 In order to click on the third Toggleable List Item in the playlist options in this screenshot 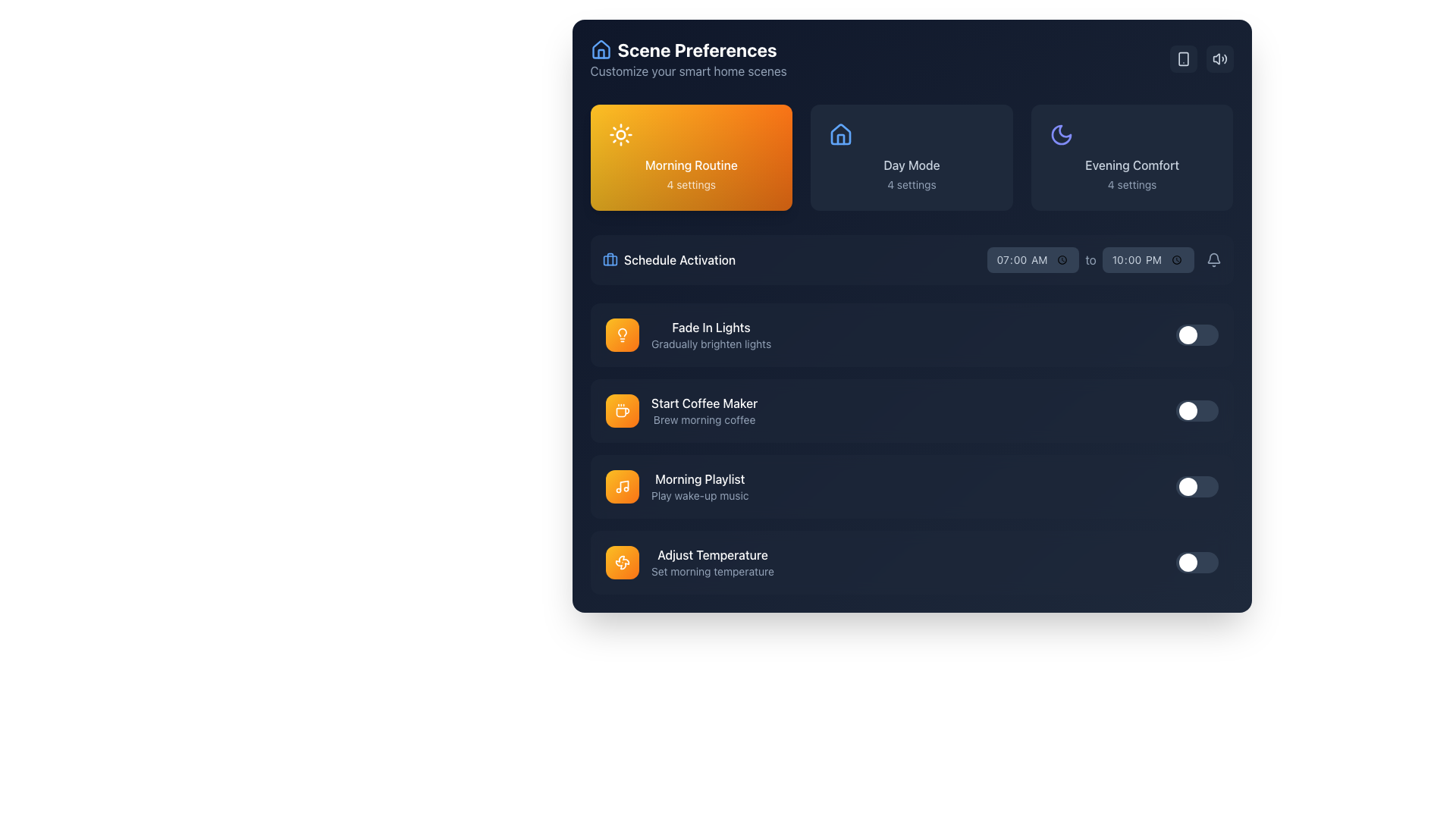, I will do `click(911, 486)`.